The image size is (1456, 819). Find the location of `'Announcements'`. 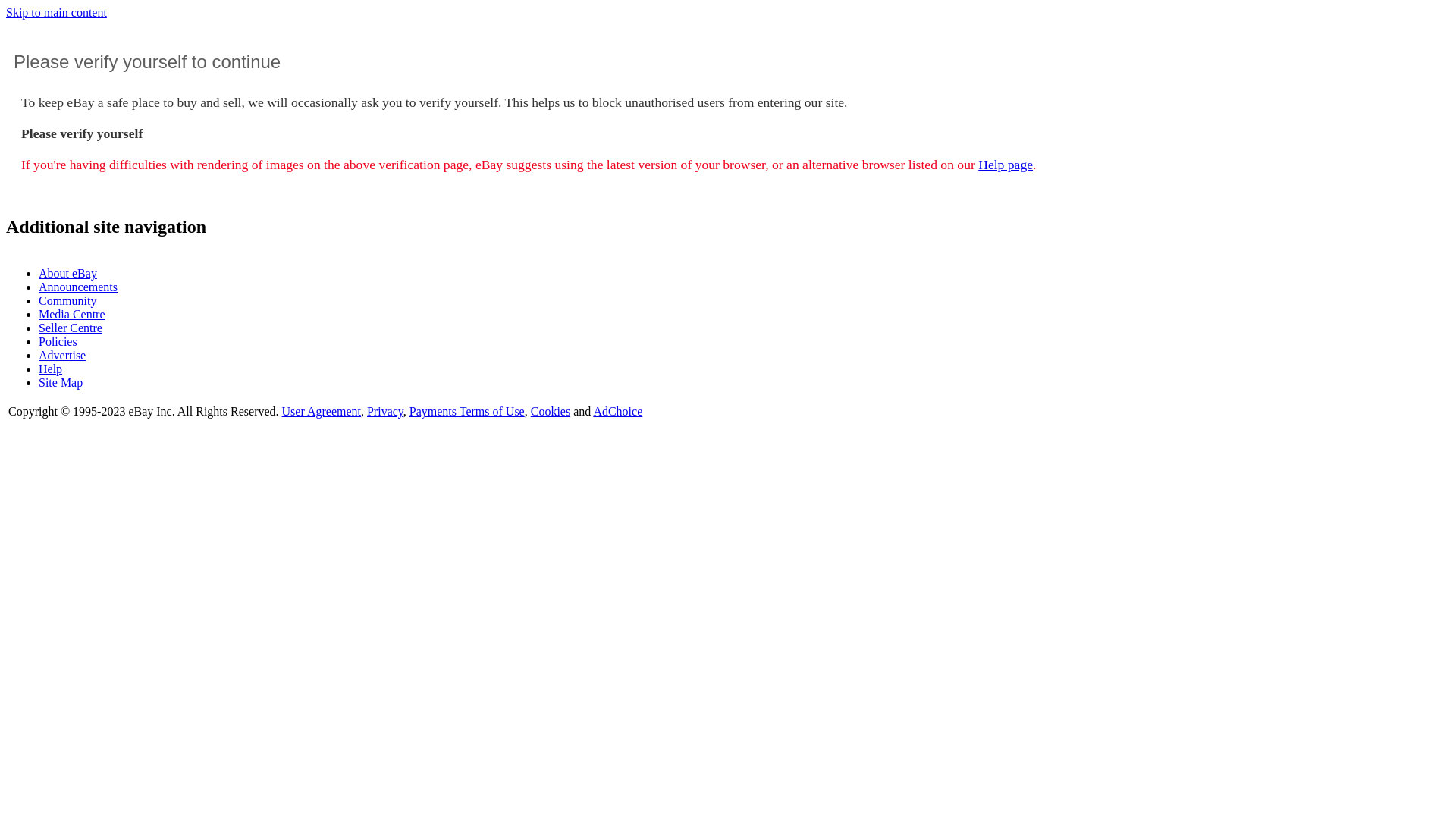

'Announcements' is located at coordinates (77, 287).